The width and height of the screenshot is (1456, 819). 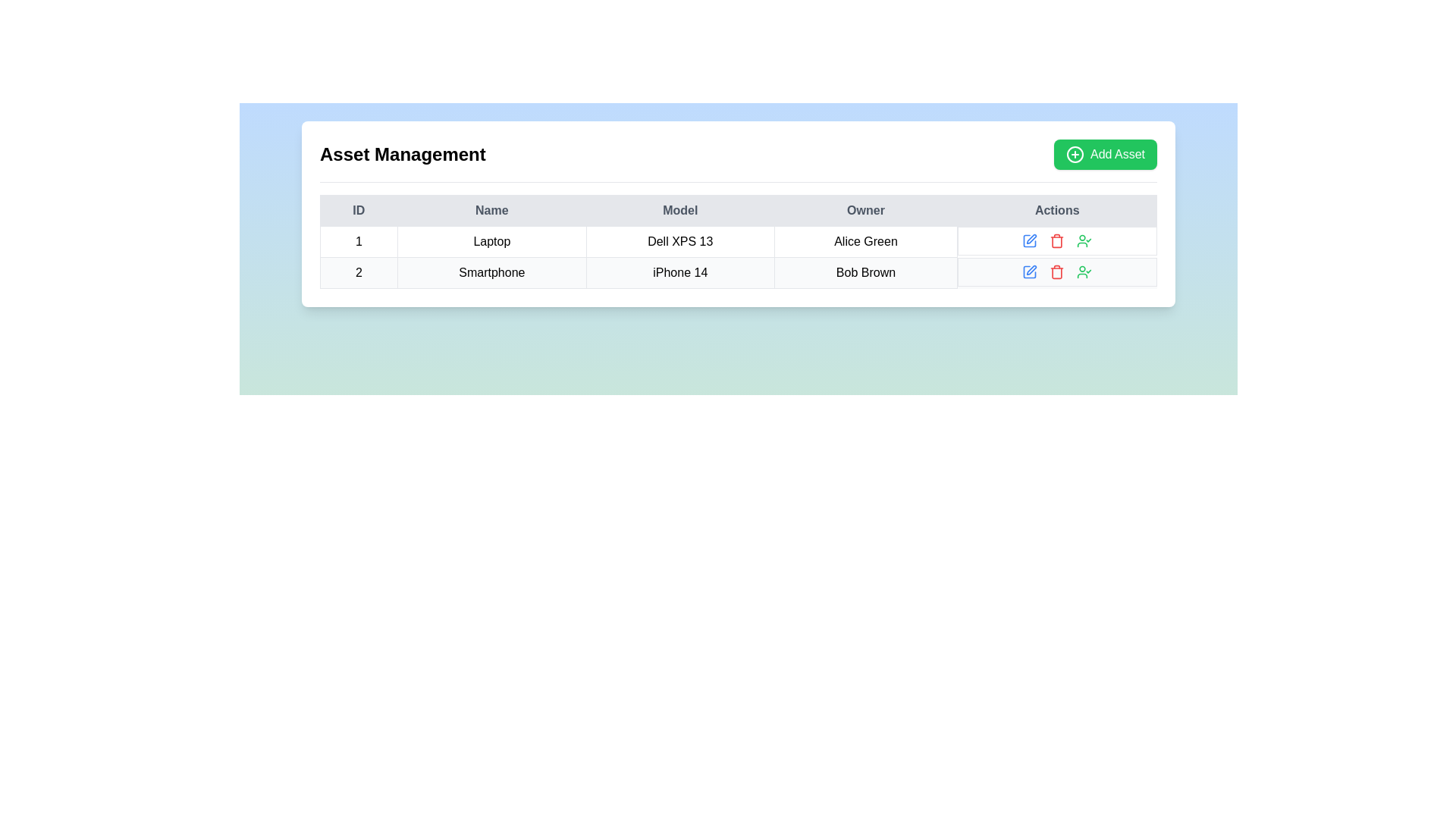 I want to click on the interactive buttons in the 'Actions' column of the second row in the 'Asset Management' table, so click(x=1056, y=271).